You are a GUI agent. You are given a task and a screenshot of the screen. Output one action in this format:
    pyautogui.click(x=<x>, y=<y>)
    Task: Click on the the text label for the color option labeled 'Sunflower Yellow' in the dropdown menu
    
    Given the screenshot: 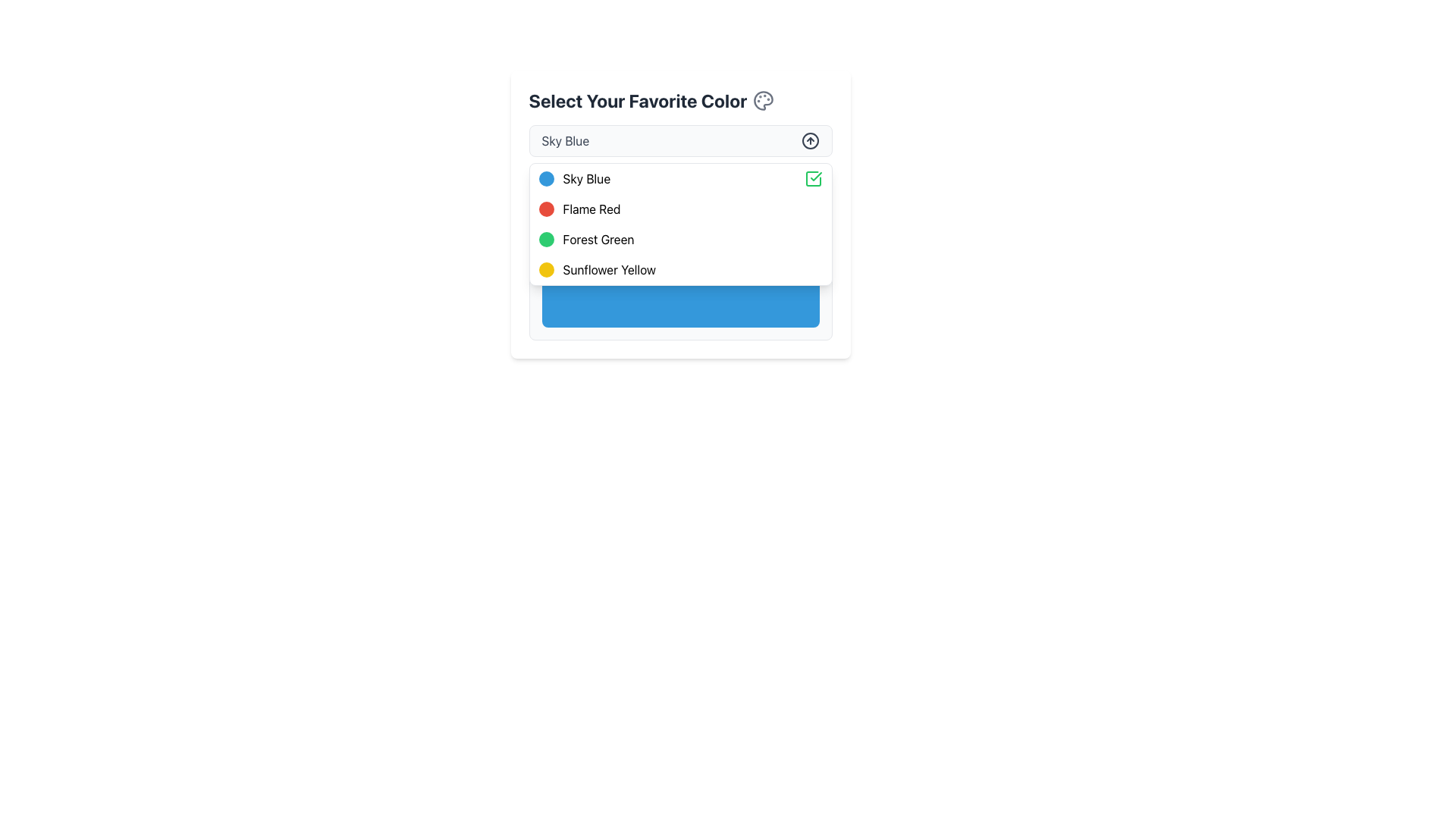 What is the action you would take?
    pyautogui.click(x=609, y=268)
    